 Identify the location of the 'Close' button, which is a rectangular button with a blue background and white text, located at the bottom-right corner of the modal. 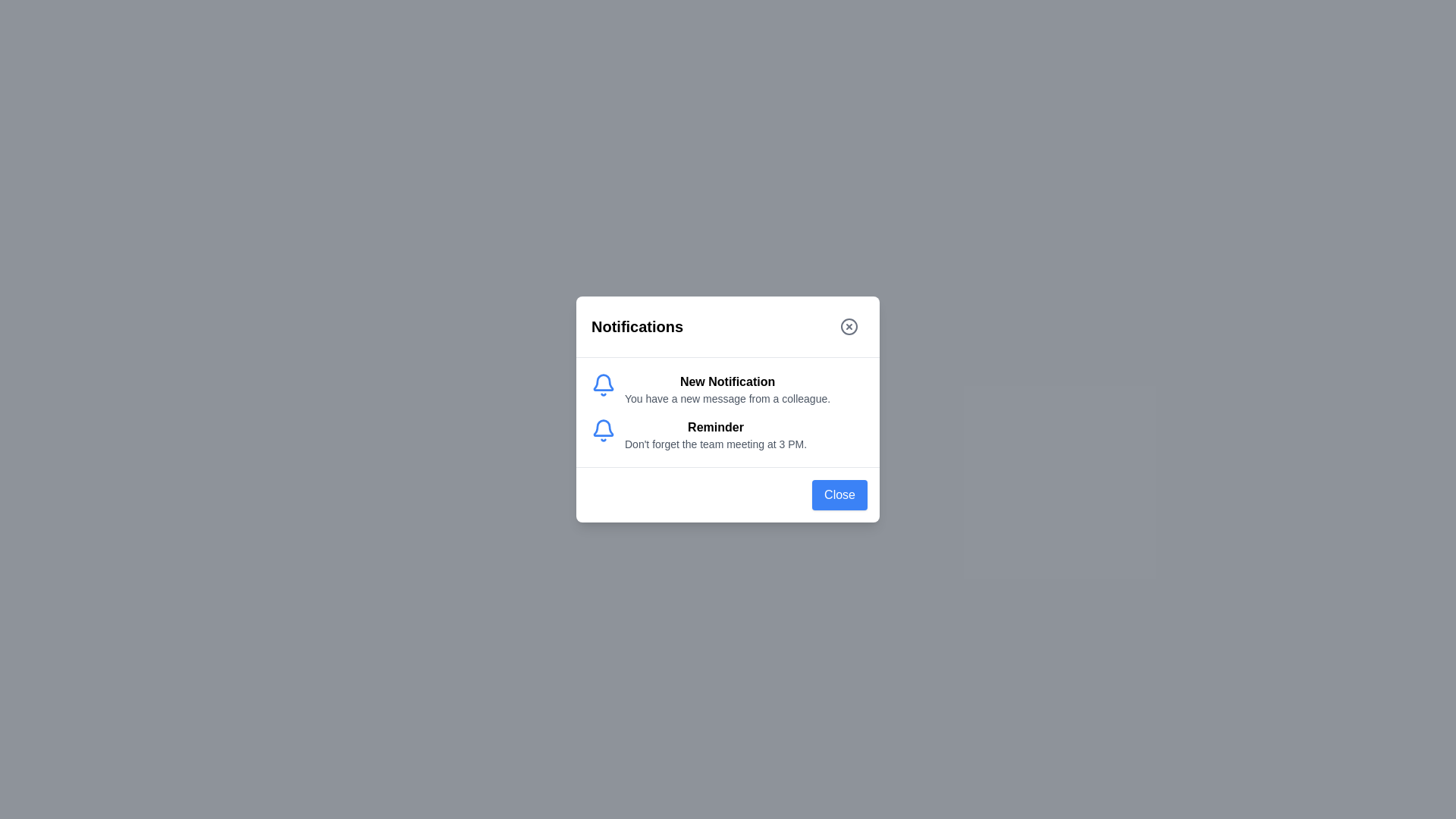
(839, 494).